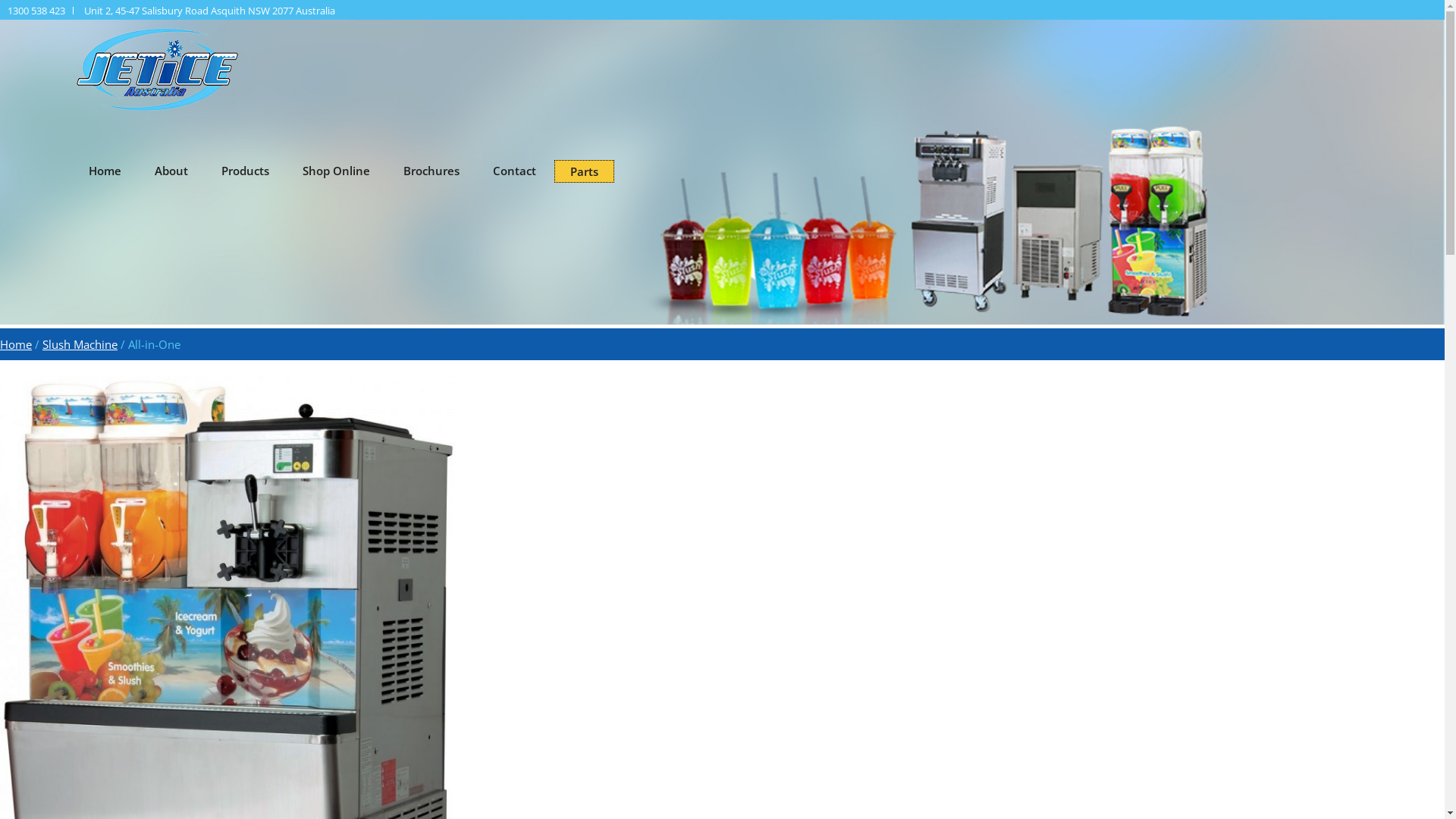 This screenshot has height=819, width=1456. What do you see at coordinates (206, 170) in the screenshot?
I see `'Products'` at bounding box center [206, 170].